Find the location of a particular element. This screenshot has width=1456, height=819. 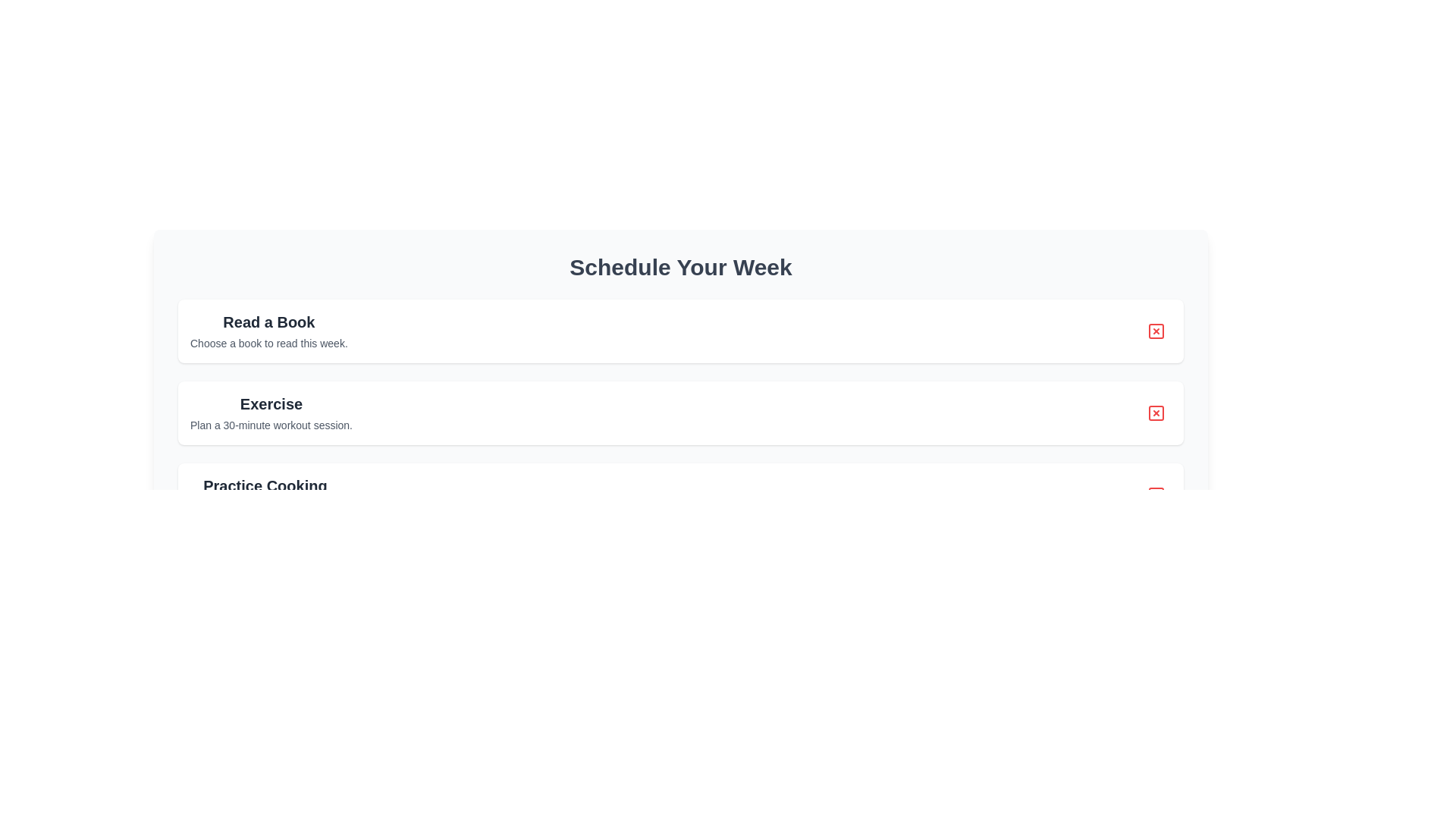

the red-bordered square icon button with an 'X' symbol located on the right side of the 'Exercise' section under 'Schedule Your Week' is located at coordinates (1156, 413).